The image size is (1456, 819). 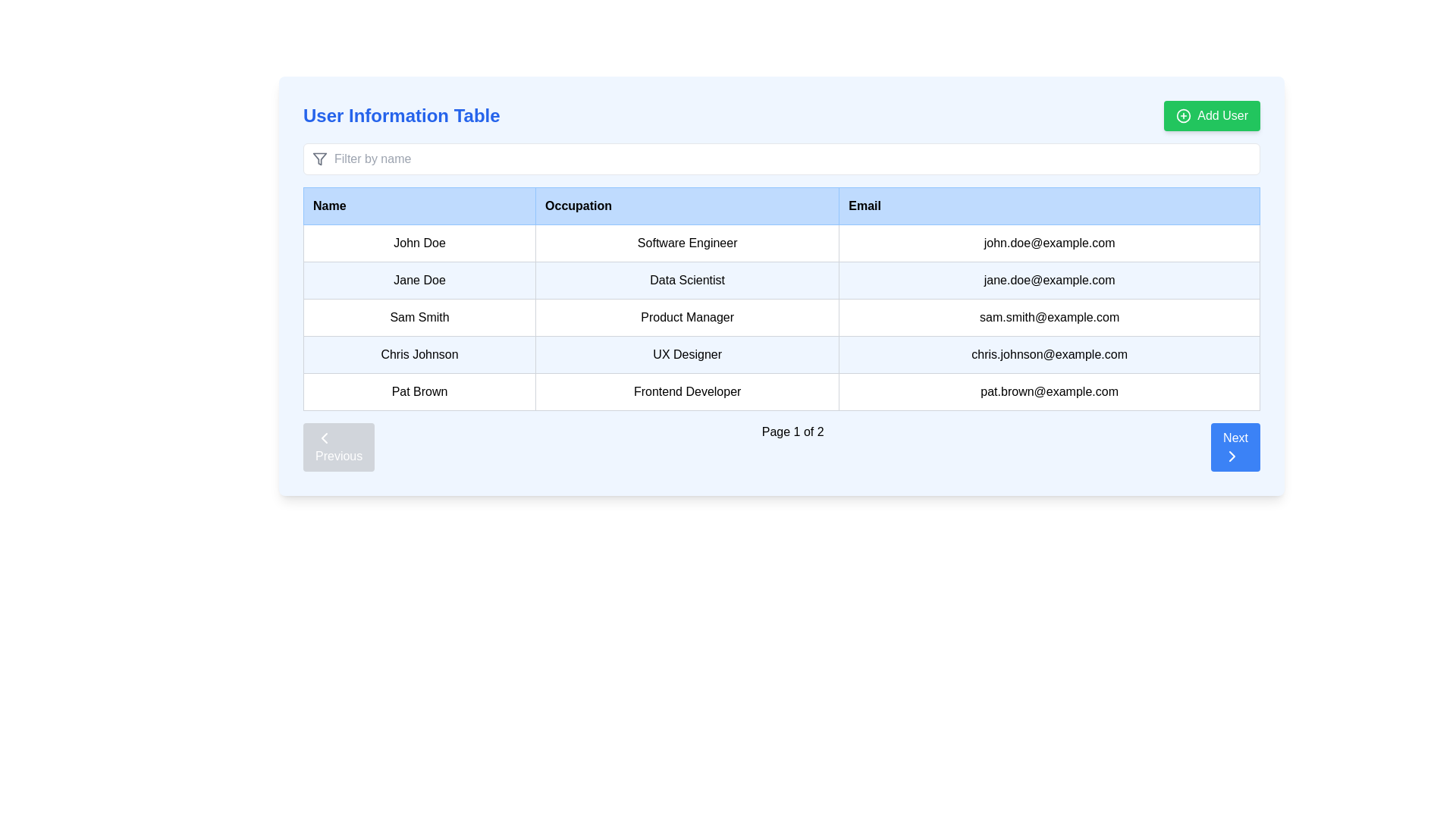 I want to click on text 'Sam Smith' displayed in black on a white background, located in the first column of the third row of the 'User Information Table', so click(x=419, y=317).